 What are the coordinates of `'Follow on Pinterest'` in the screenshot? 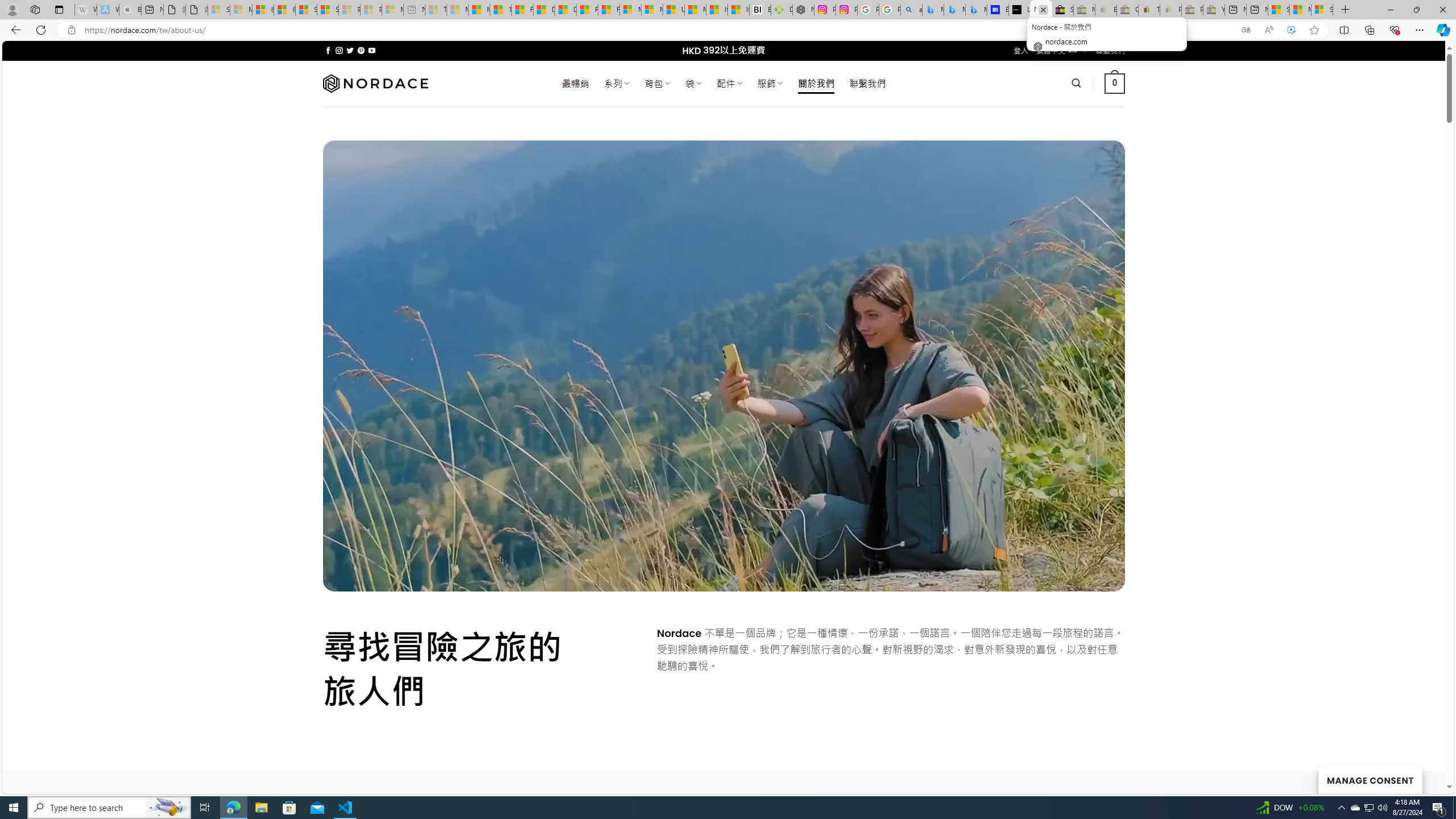 It's located at (359, 50).